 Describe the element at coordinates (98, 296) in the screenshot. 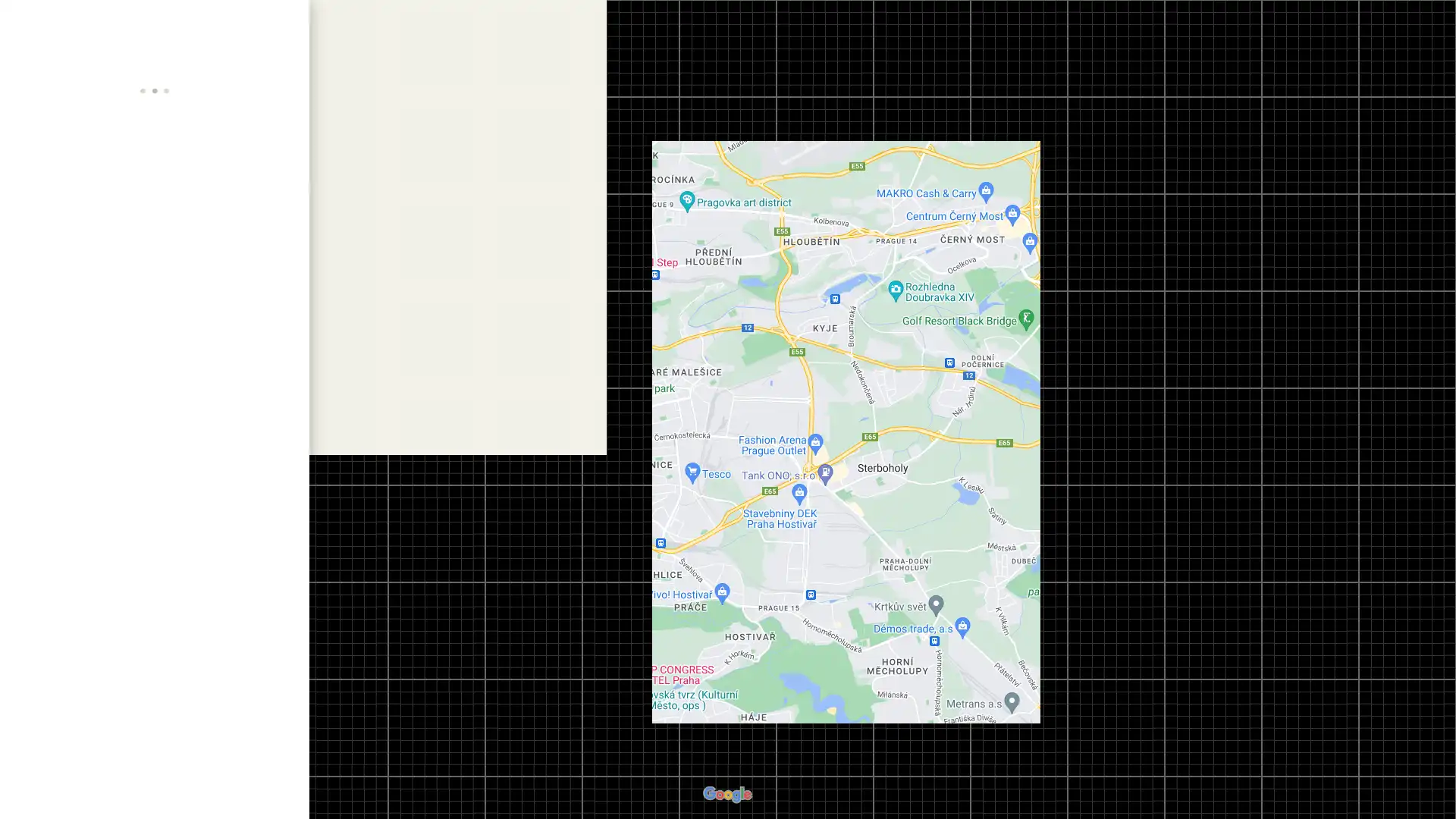

I see `Save TOVARNA.CZ, s.r.o. in your lists` at that location.